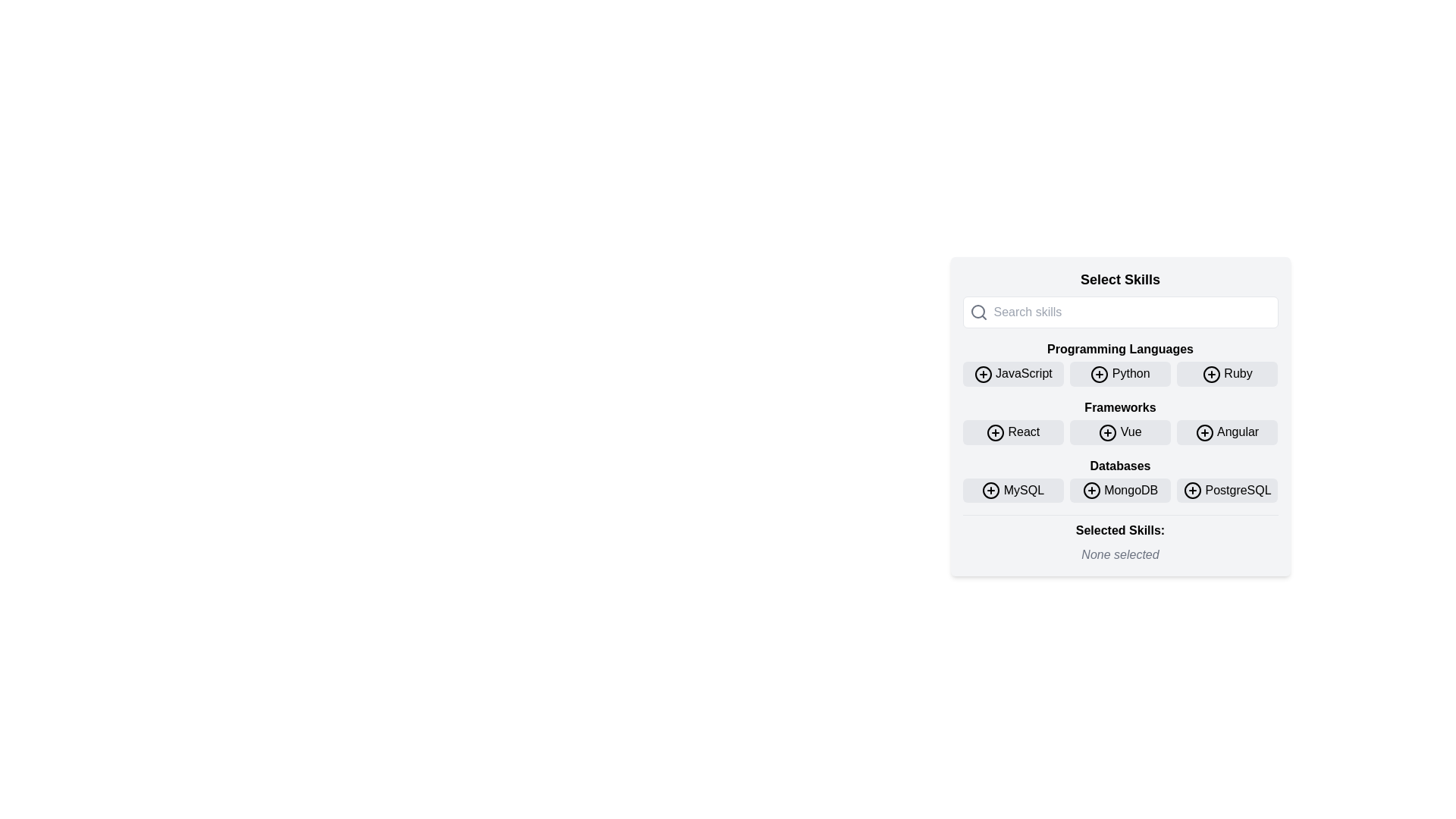 Image resolution: width=1456 pixels, height=819 pixels. Describe the element at coordinates (1192, 491) in the screenshot. I see `the circular button with a plus sign located next to the 'PostgreSQL' label in the 'Databases' section of the interface` at that location.